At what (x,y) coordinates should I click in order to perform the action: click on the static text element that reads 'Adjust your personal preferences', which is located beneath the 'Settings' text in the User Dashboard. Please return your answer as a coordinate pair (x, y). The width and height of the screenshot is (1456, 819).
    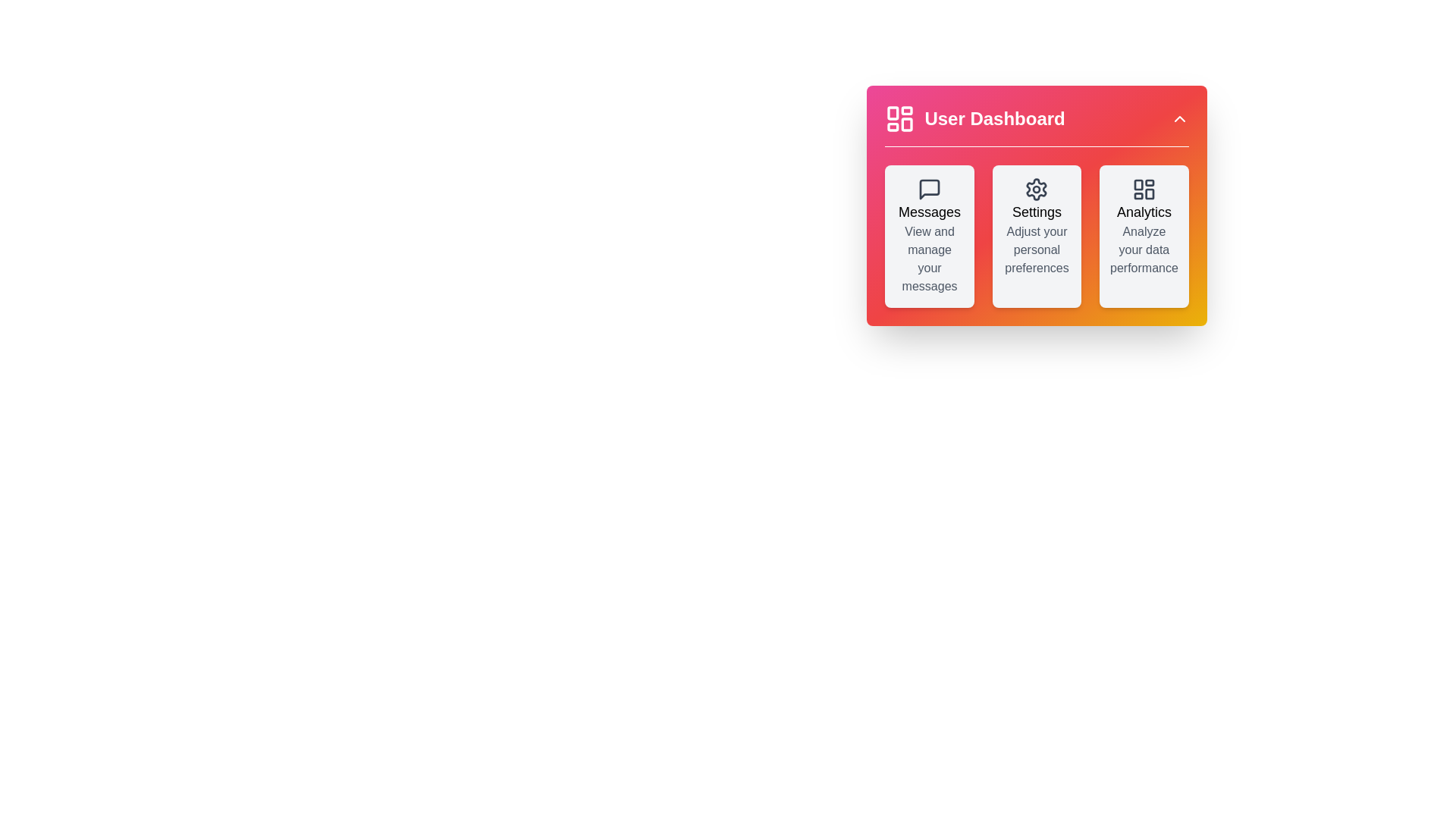
    Looking at the image, I should click on (1036, 249).